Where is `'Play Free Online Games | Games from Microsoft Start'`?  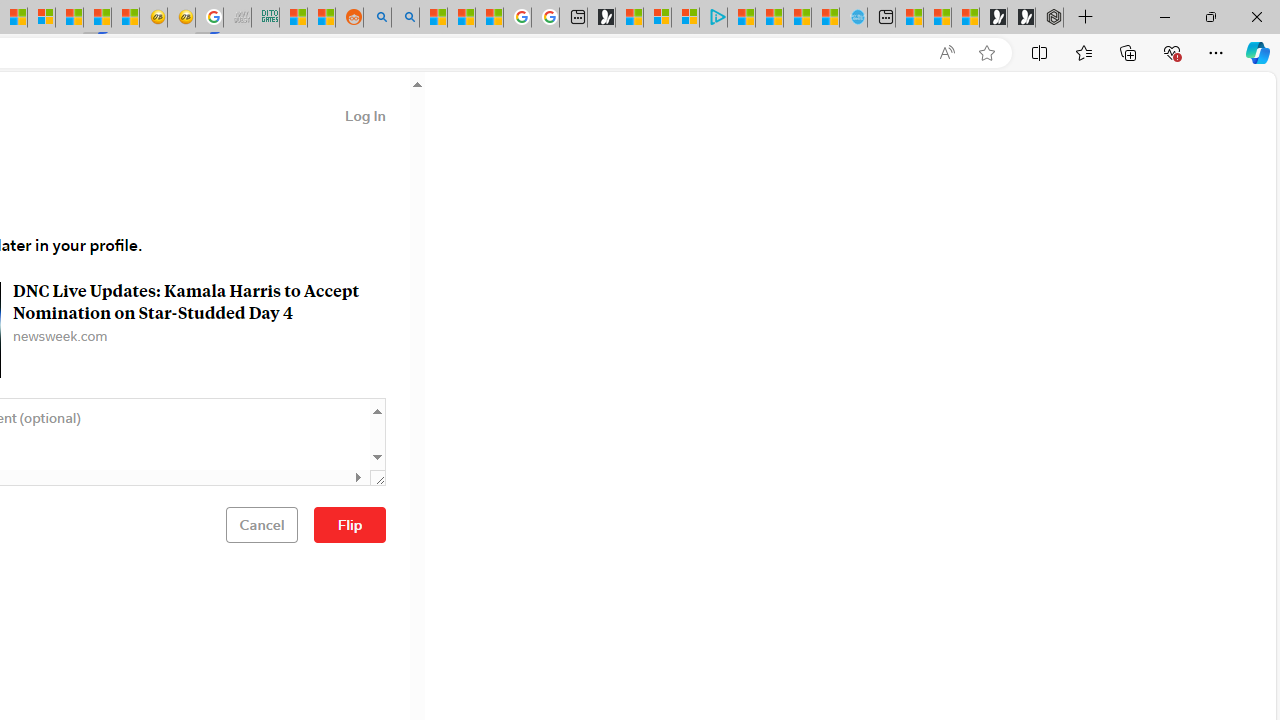 'Play Free Online Games | Games from Microsoft Start' is located at coordinates (1021, 17).